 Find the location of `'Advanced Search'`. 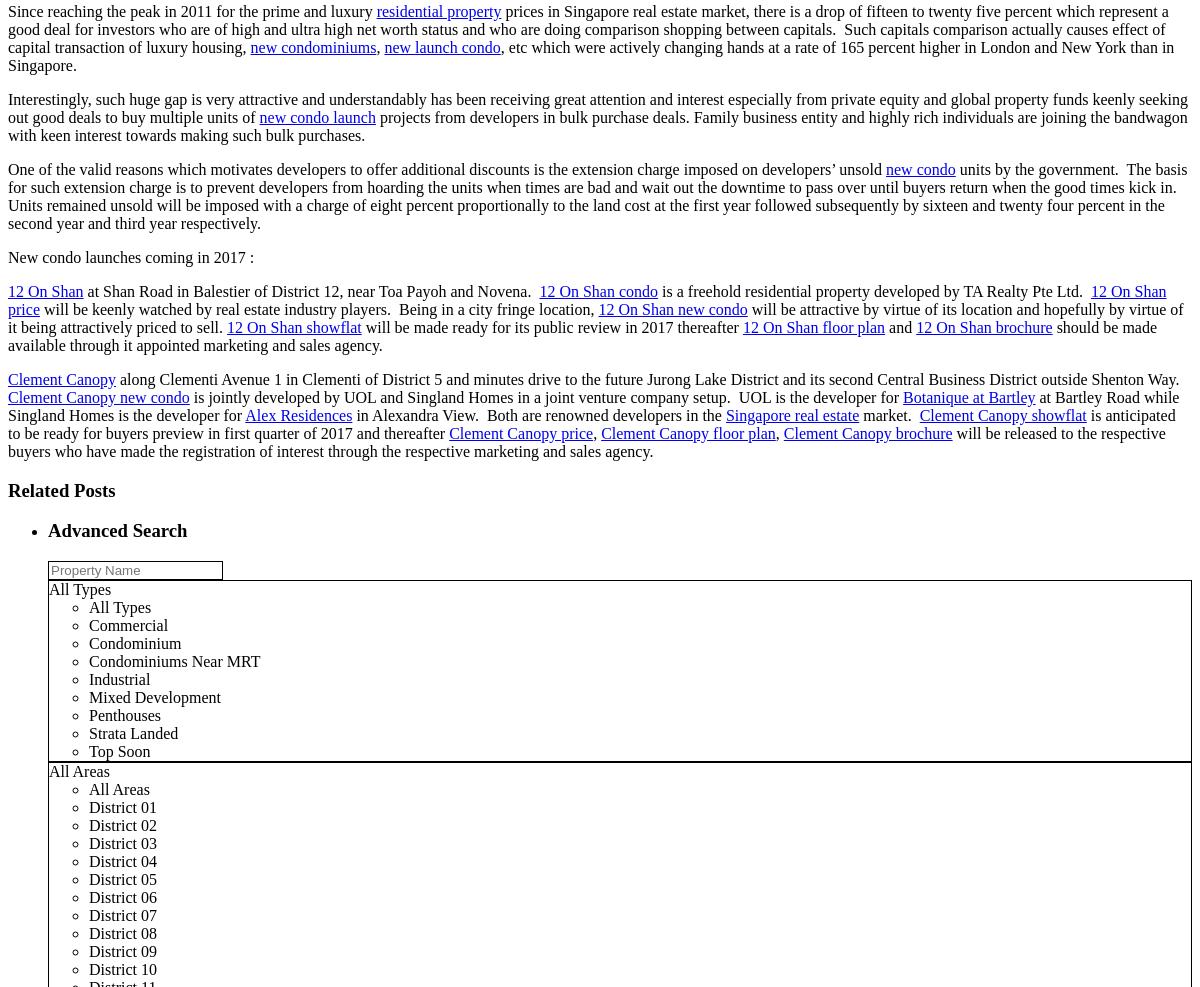

'Advanced Search' is located at coordinates (48, 530).